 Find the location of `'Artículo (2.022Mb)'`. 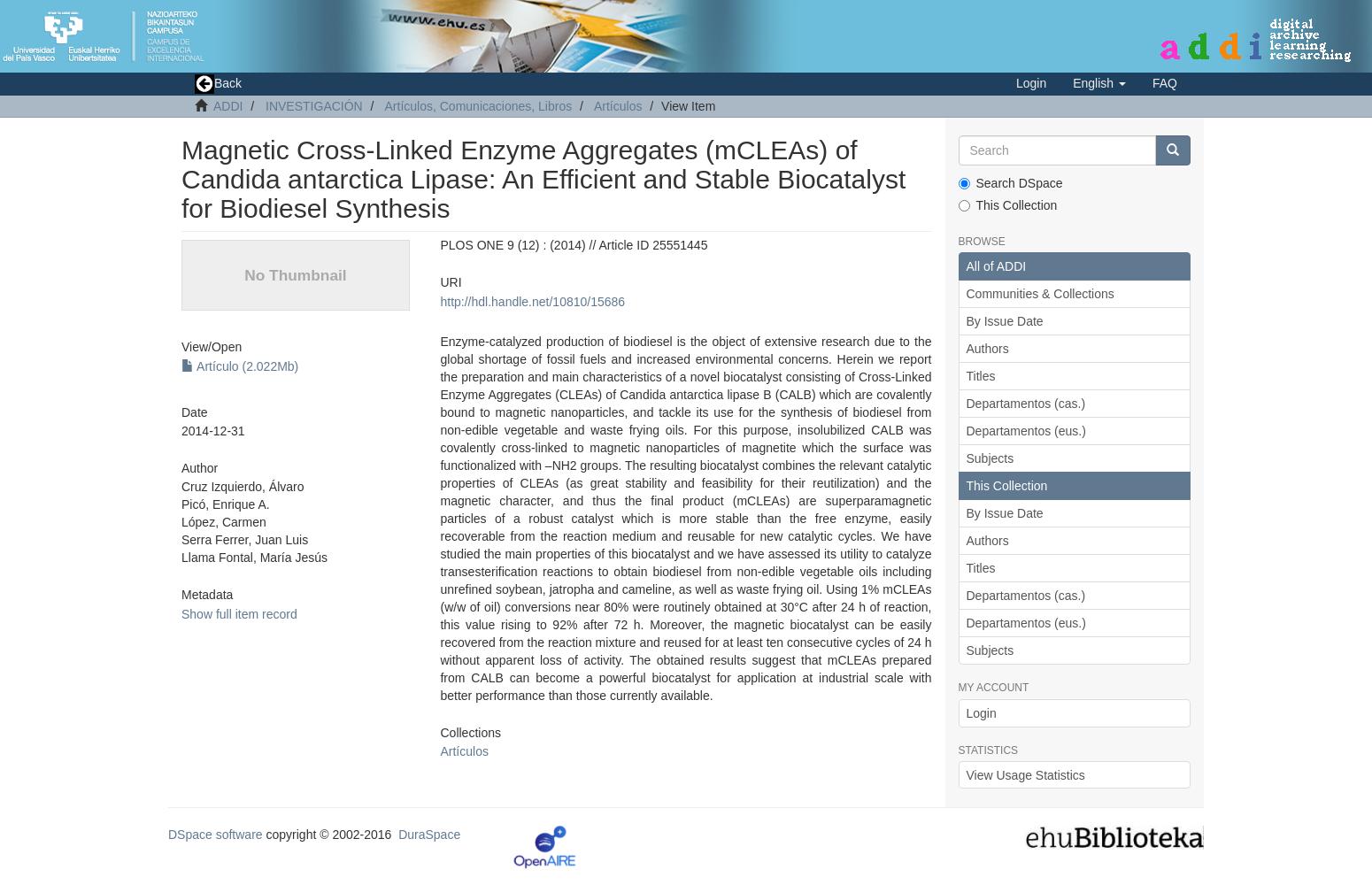

'Artículo (2.022Mb)' is located at coordinates (246, 366).